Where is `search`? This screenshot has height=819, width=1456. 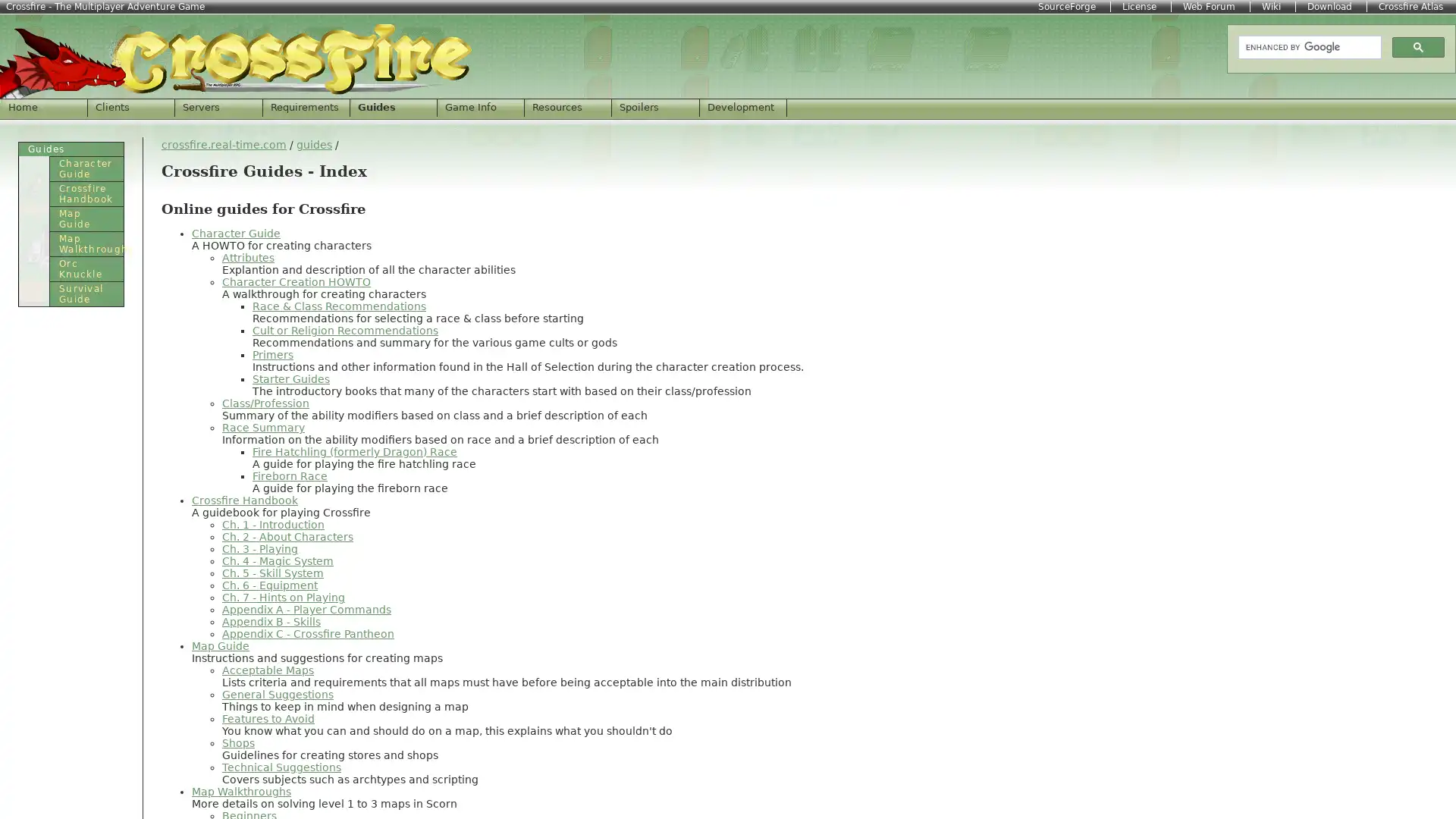
search is located at coordinates (1417, 45).